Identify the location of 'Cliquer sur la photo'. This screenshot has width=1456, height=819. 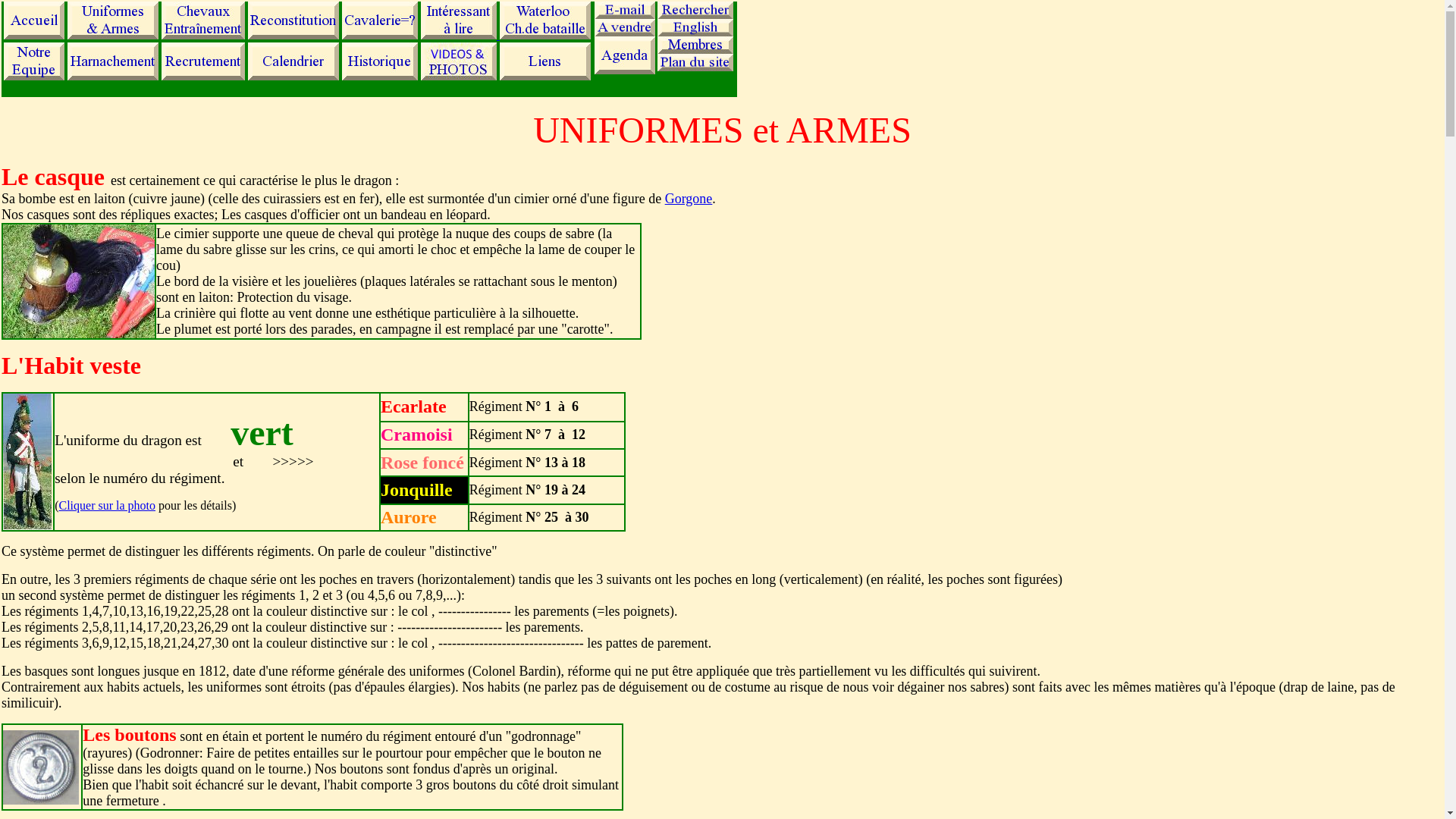
(105, 505).